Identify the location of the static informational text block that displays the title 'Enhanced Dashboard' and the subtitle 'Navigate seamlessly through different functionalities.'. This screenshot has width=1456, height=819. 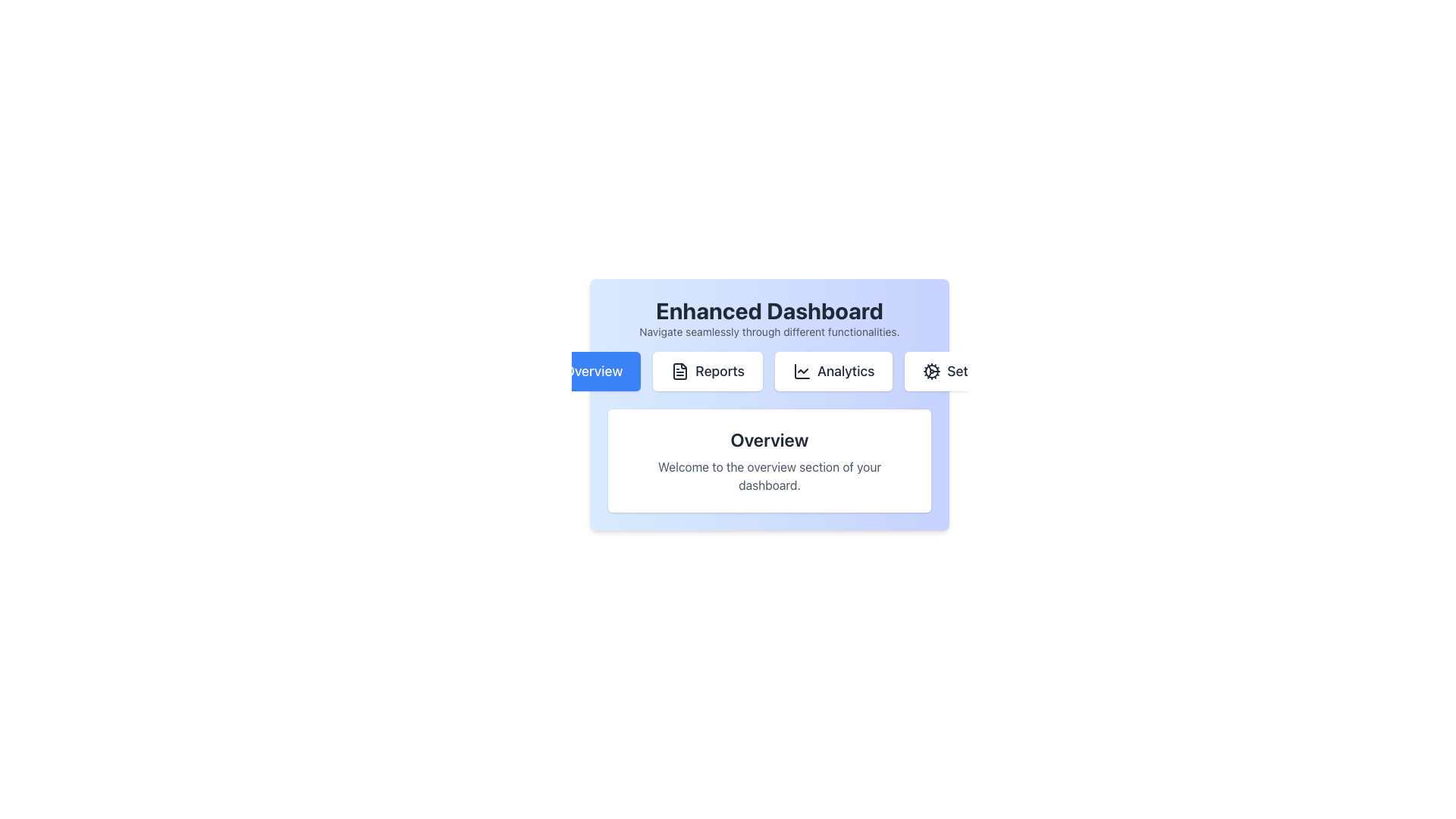
(769, 318).